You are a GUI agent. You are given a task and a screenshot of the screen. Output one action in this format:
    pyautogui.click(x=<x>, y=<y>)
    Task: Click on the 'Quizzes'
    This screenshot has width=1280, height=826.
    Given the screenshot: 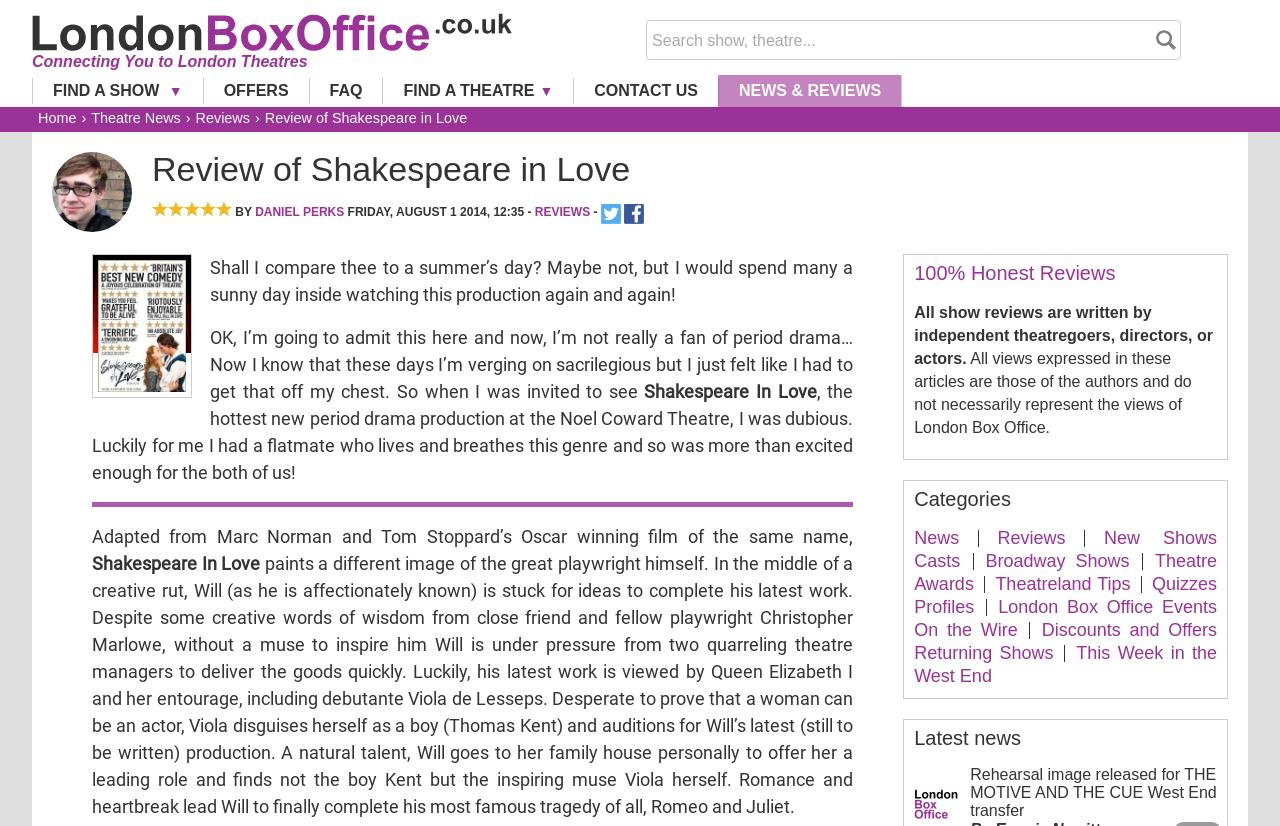 What is the action you would take?
    pyautogui.click(x=1184, y=581)
    